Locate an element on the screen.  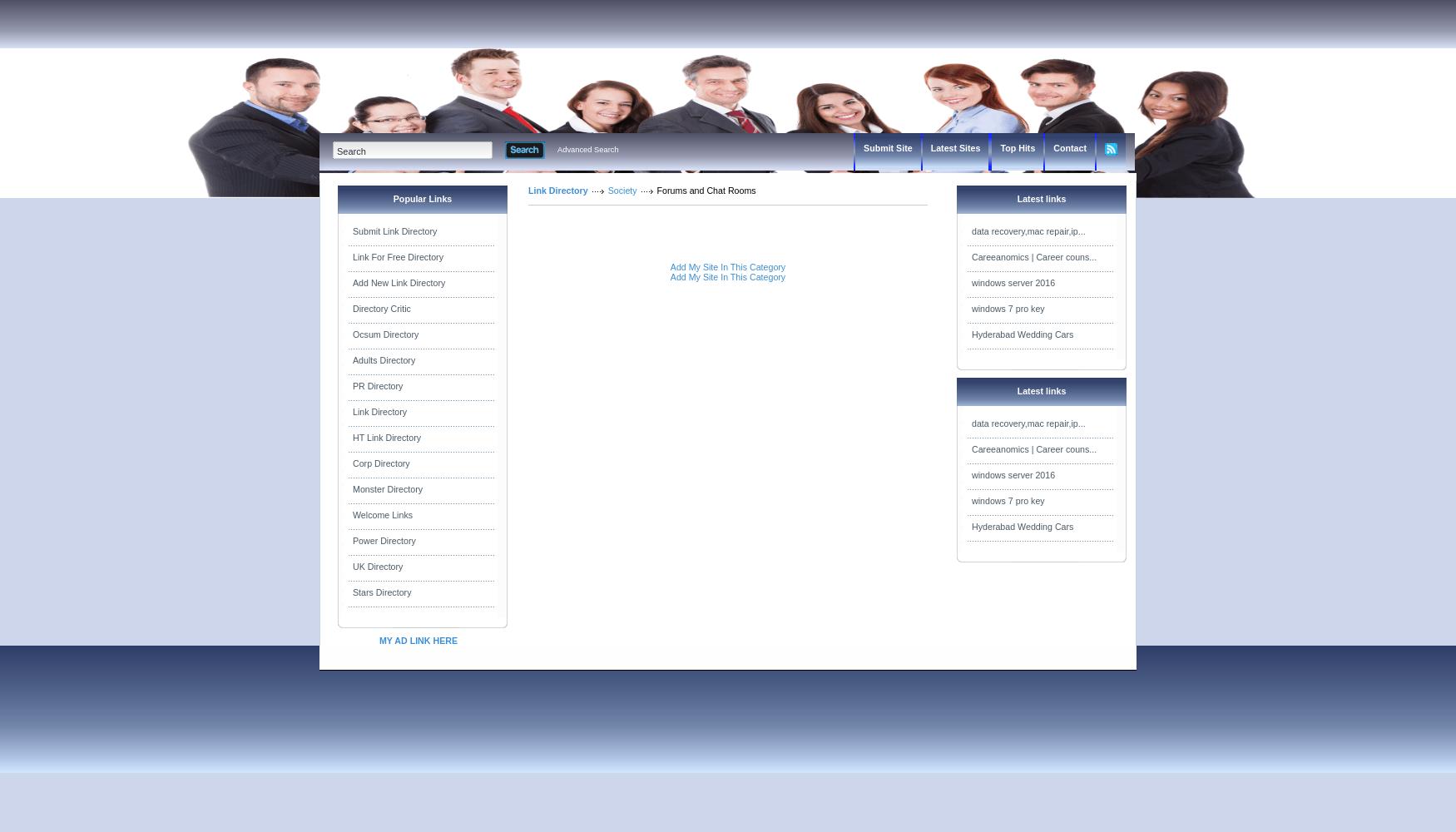
'Stars Directory' is located at coordinates (382, 592).